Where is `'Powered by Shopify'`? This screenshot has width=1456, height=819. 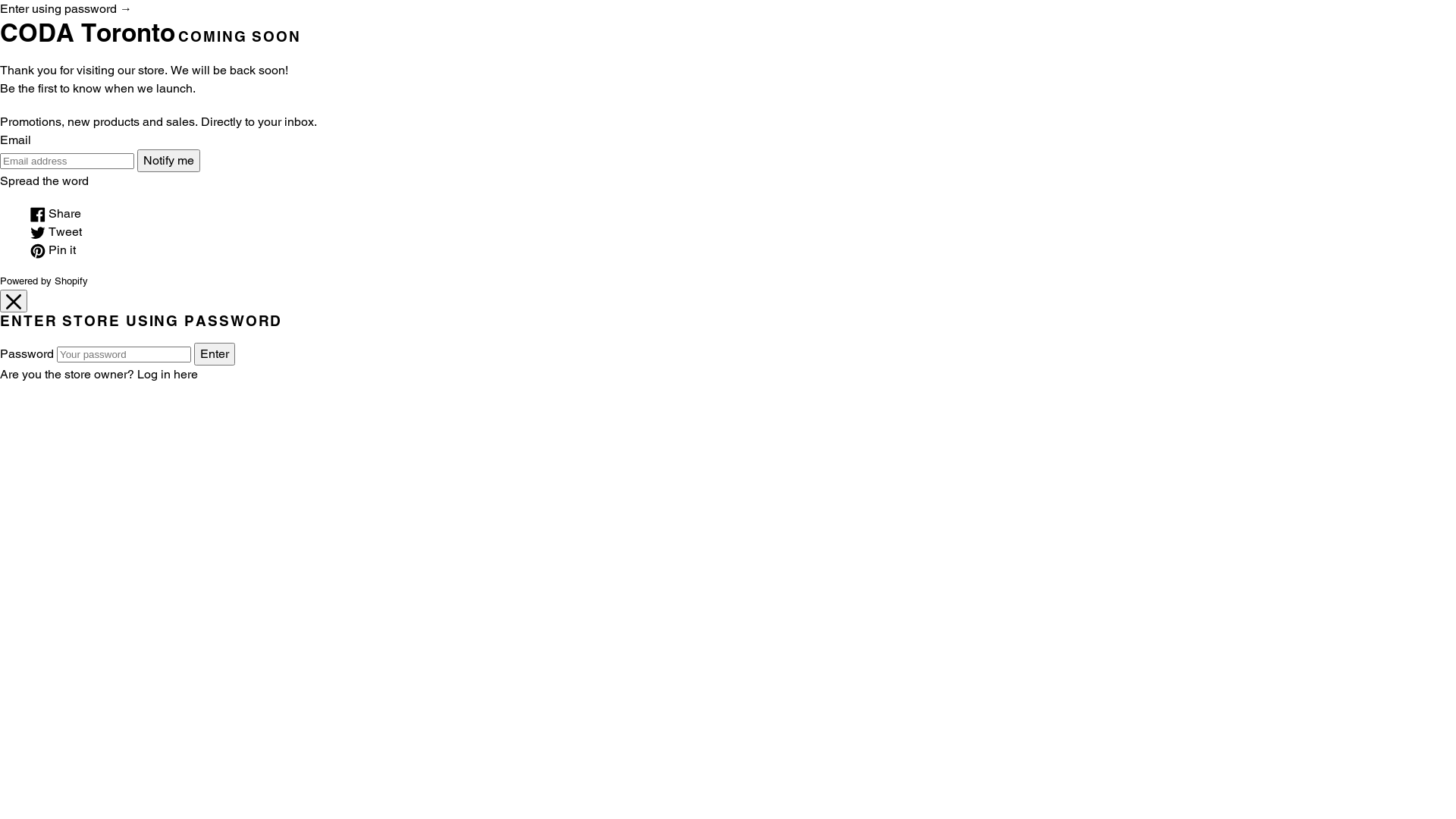 'Powered by Shopify' is located at coordinates (43, 281).